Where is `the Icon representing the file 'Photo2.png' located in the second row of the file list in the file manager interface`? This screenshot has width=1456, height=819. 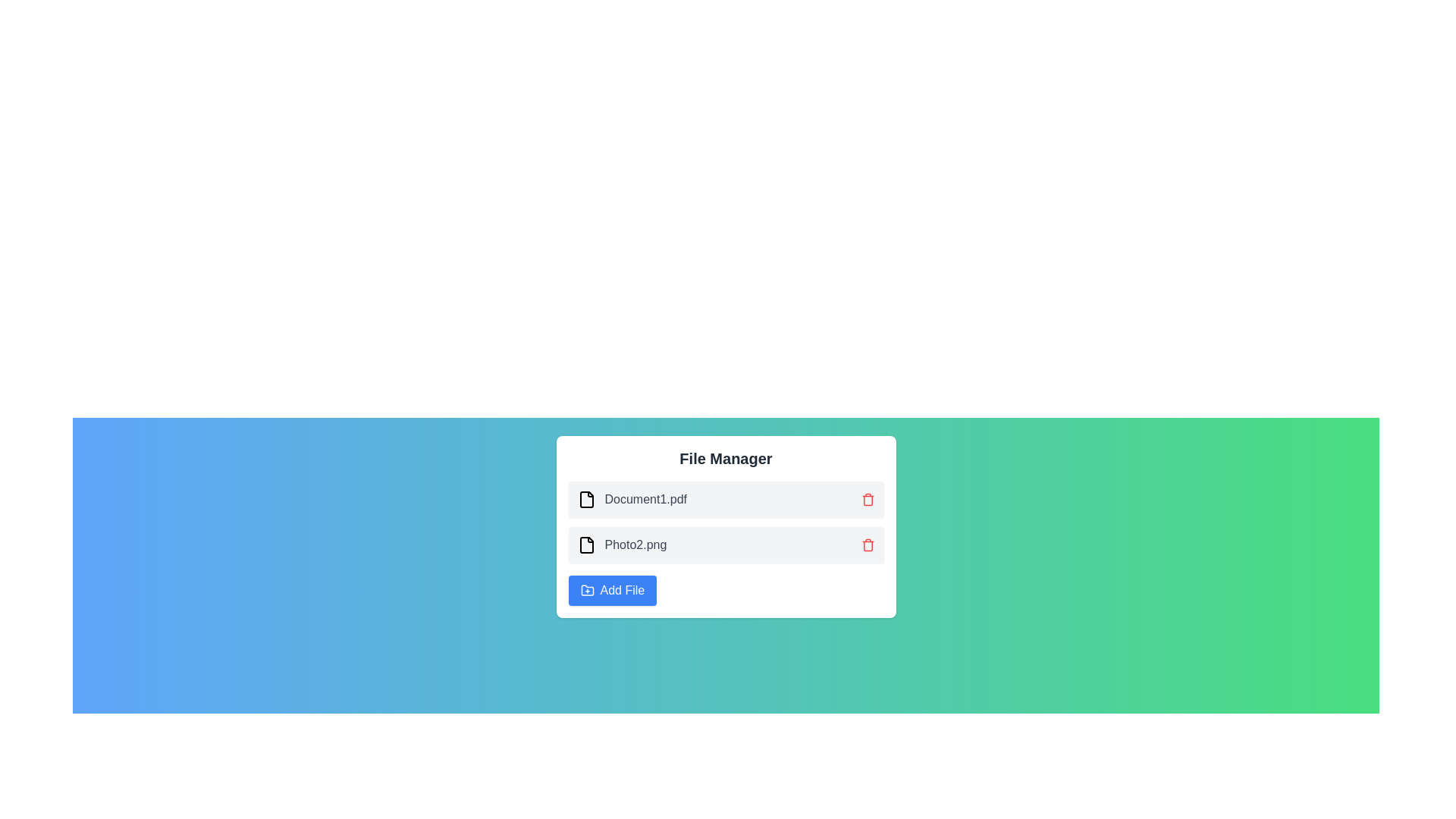 the Icon representing the file 'Photo2.png' located in the second row of the file list in the file manager interface is located at coordinates (585, 544).